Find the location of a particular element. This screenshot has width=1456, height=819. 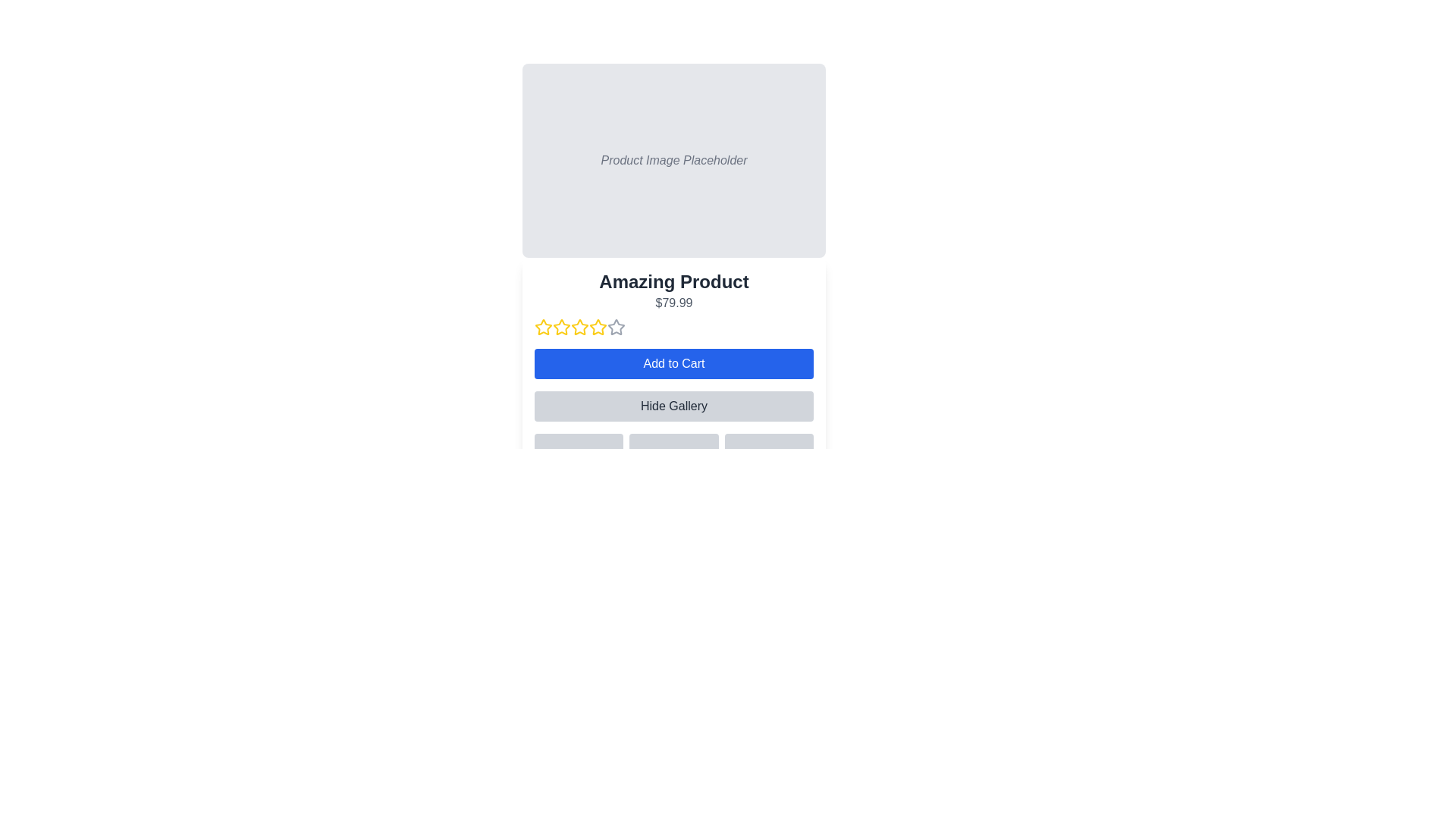

the 'Add to Cart' button located on the panel titled 'Amazing Product', which features a white background, rounded corners, and a row of star icons for rating is located at coordinates (673, 381).